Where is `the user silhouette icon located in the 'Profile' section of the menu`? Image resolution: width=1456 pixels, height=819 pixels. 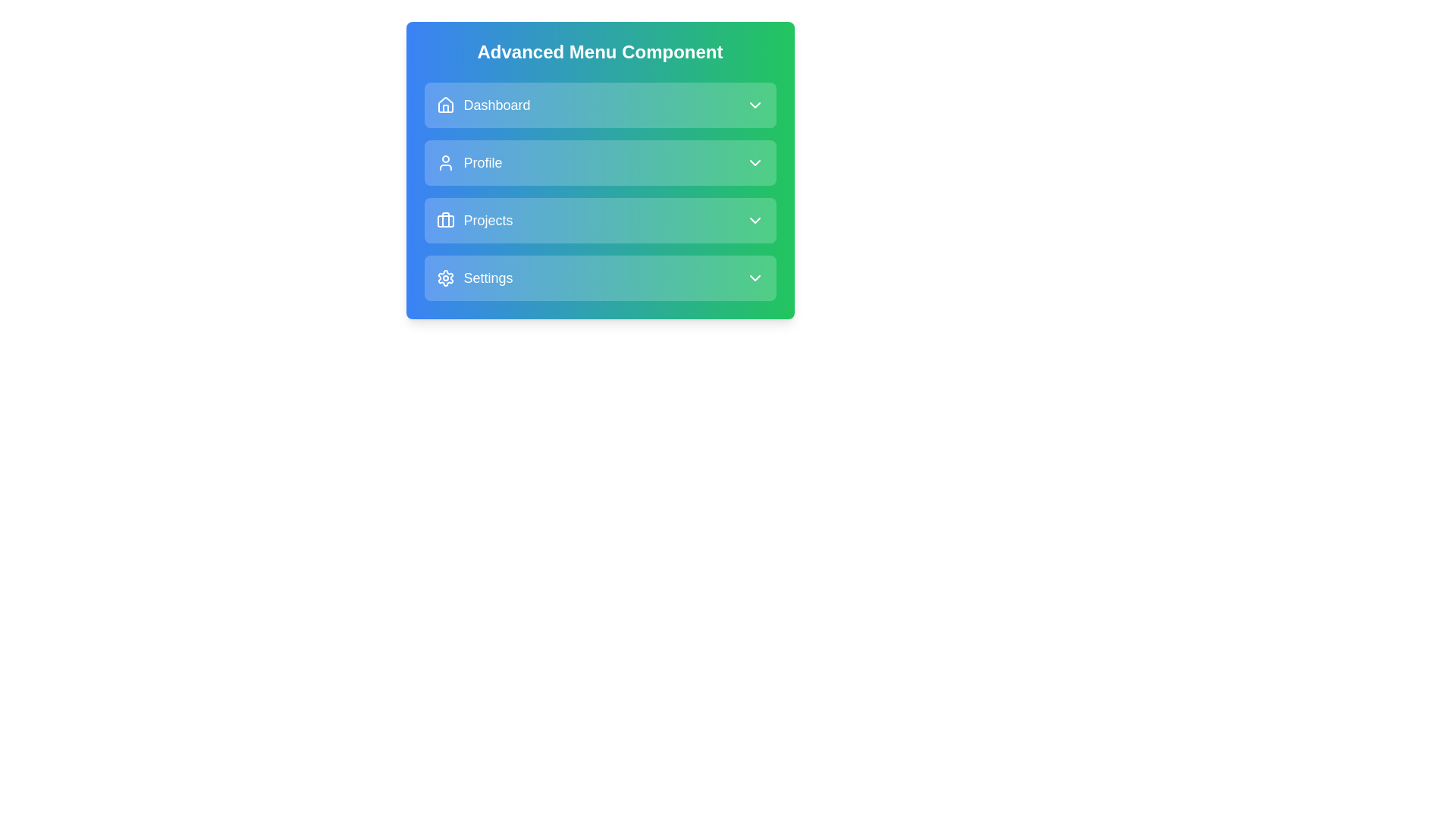
the user silhouette icon located in the 'Profile' section of the menu is located at coordinates (444, 163).